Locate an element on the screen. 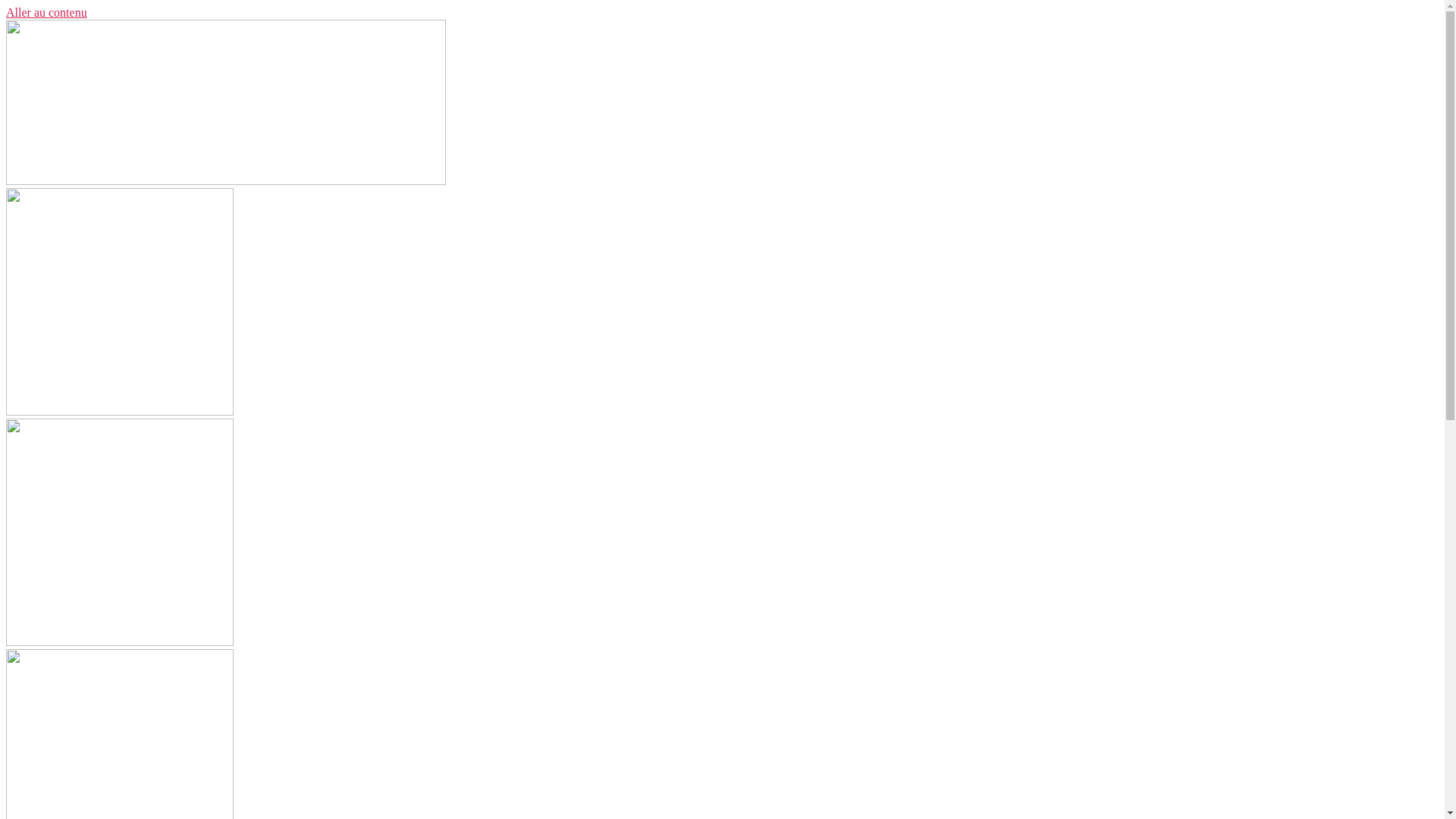 The image size is (1456, 819). 'Aller au contenu' is located at coordinates (46, 12).